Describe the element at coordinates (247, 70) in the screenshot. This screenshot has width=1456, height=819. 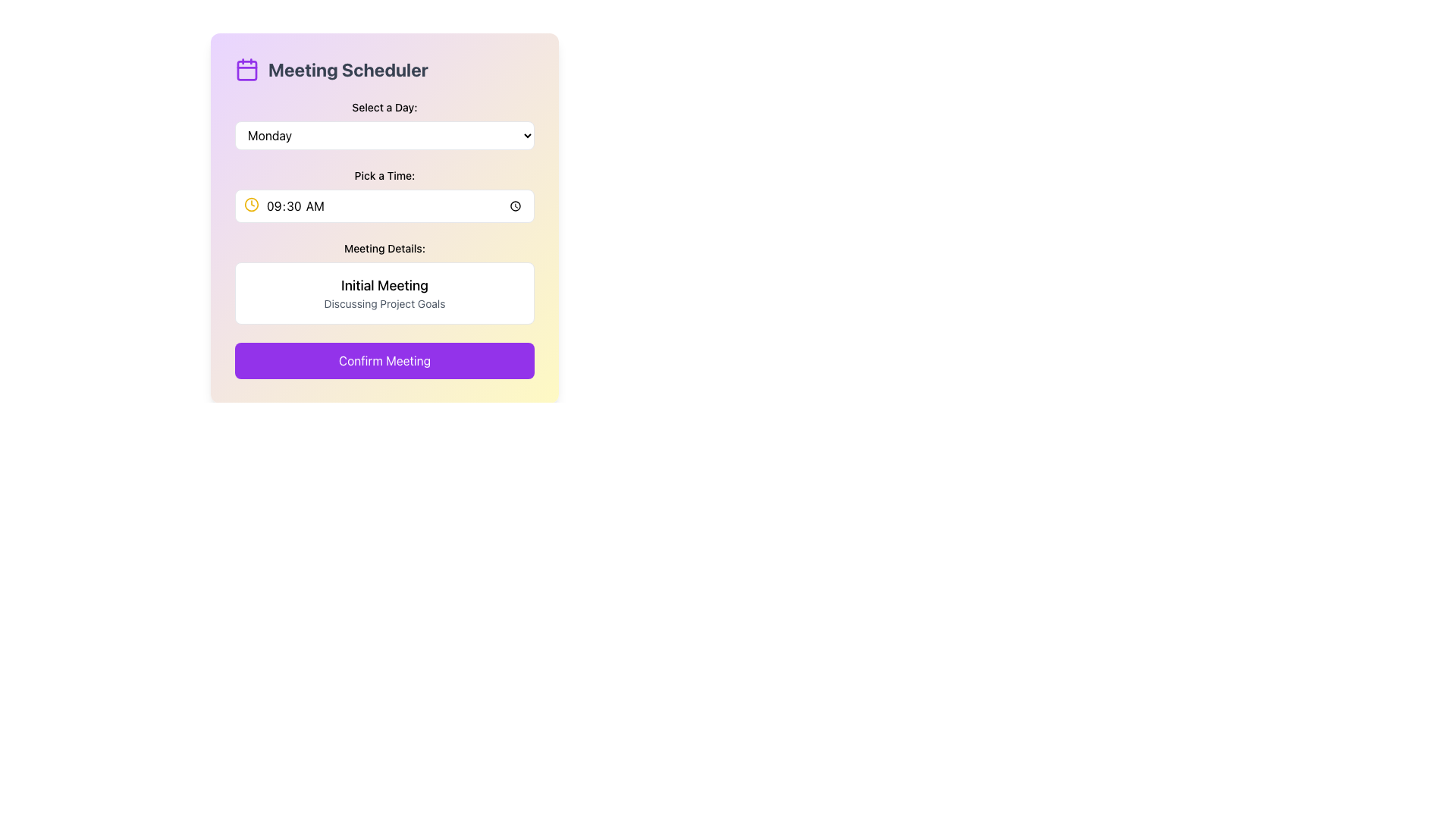
I see `the decorative rectangle part of the calendar icon located at the top-left of the interface, which represents a specific day or date` at that location.